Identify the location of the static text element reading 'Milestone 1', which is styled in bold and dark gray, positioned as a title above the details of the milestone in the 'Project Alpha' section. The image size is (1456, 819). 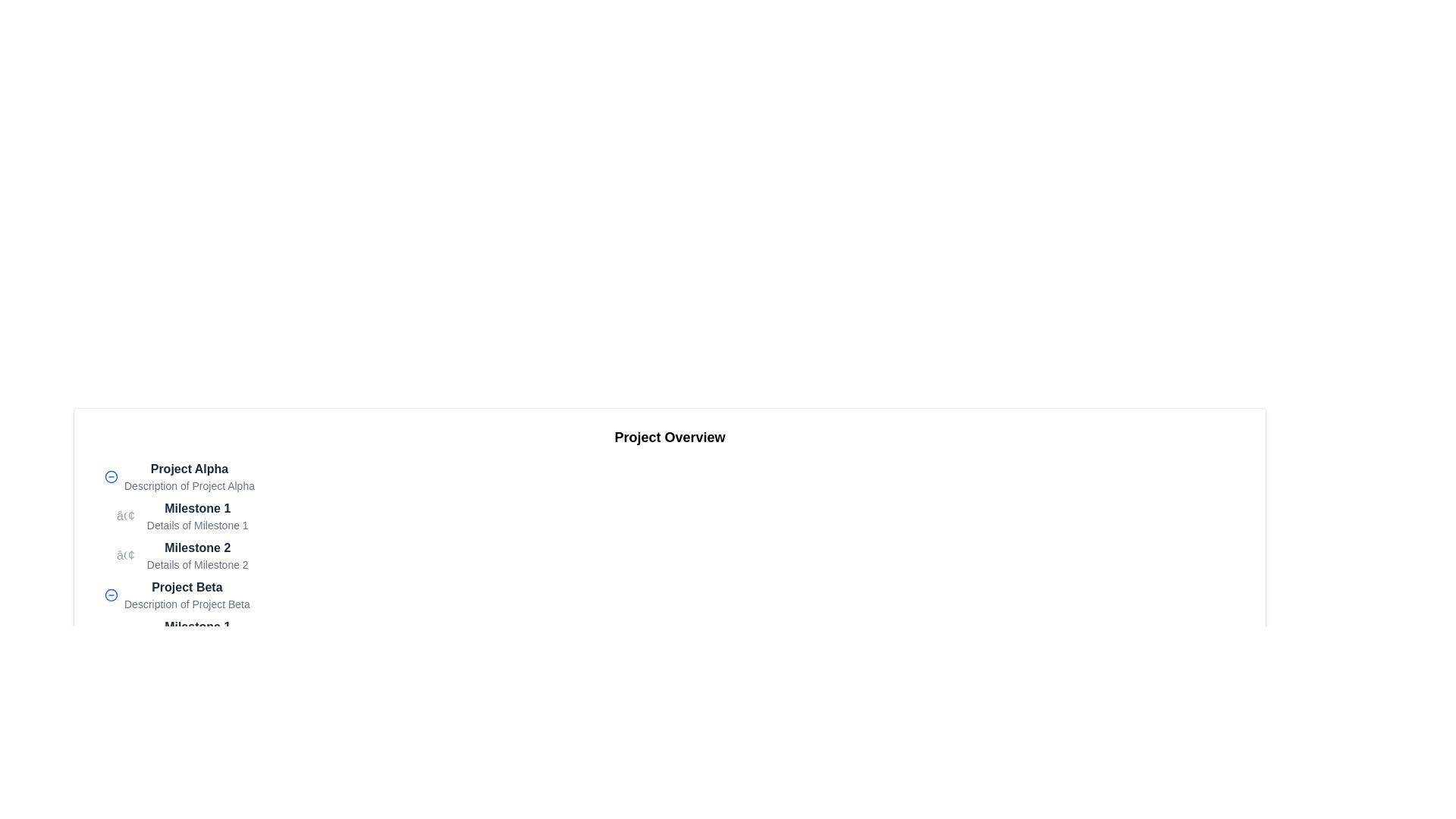
(196, 509).